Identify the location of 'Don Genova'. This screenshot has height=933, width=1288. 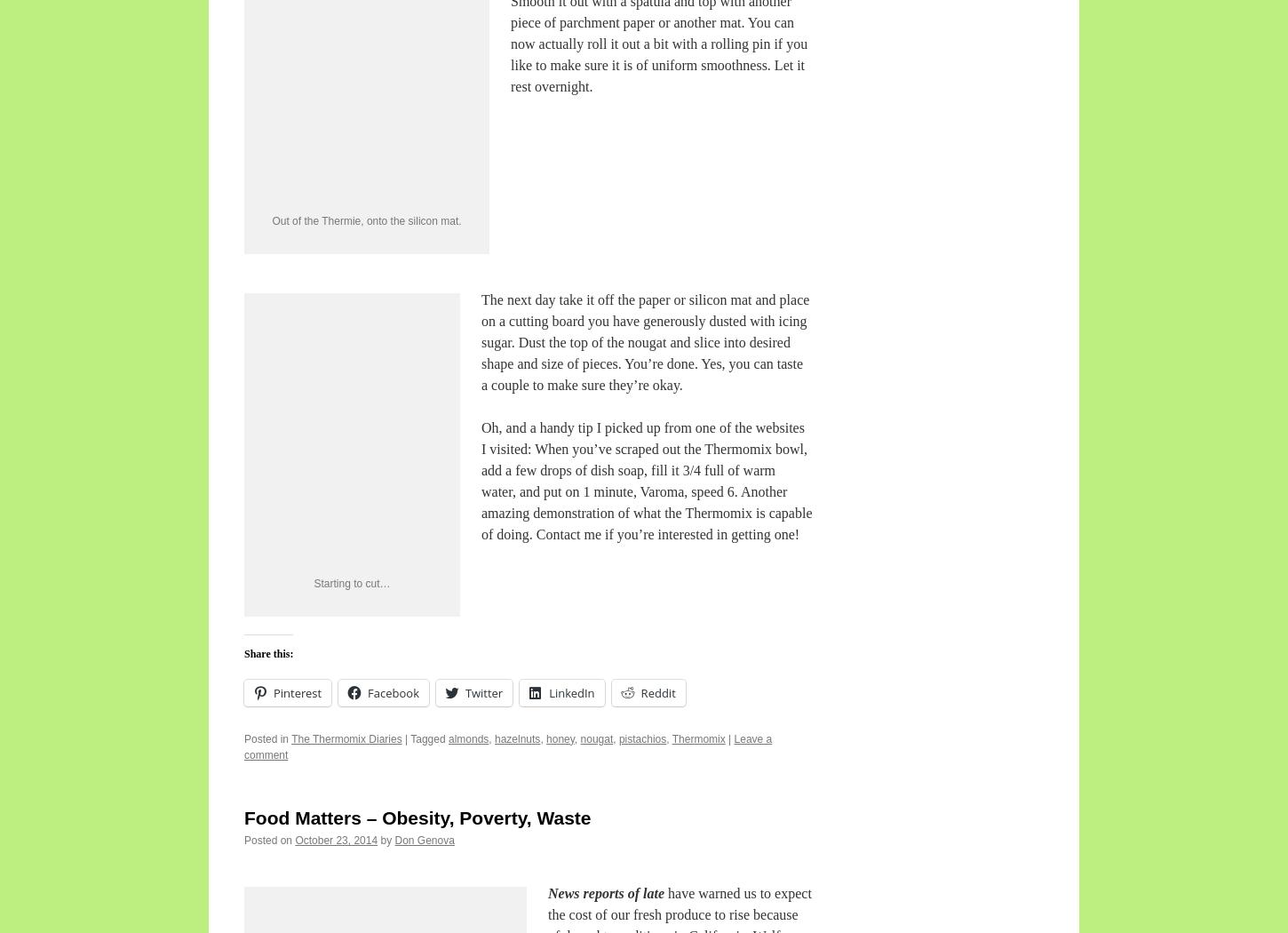
(423, 840).